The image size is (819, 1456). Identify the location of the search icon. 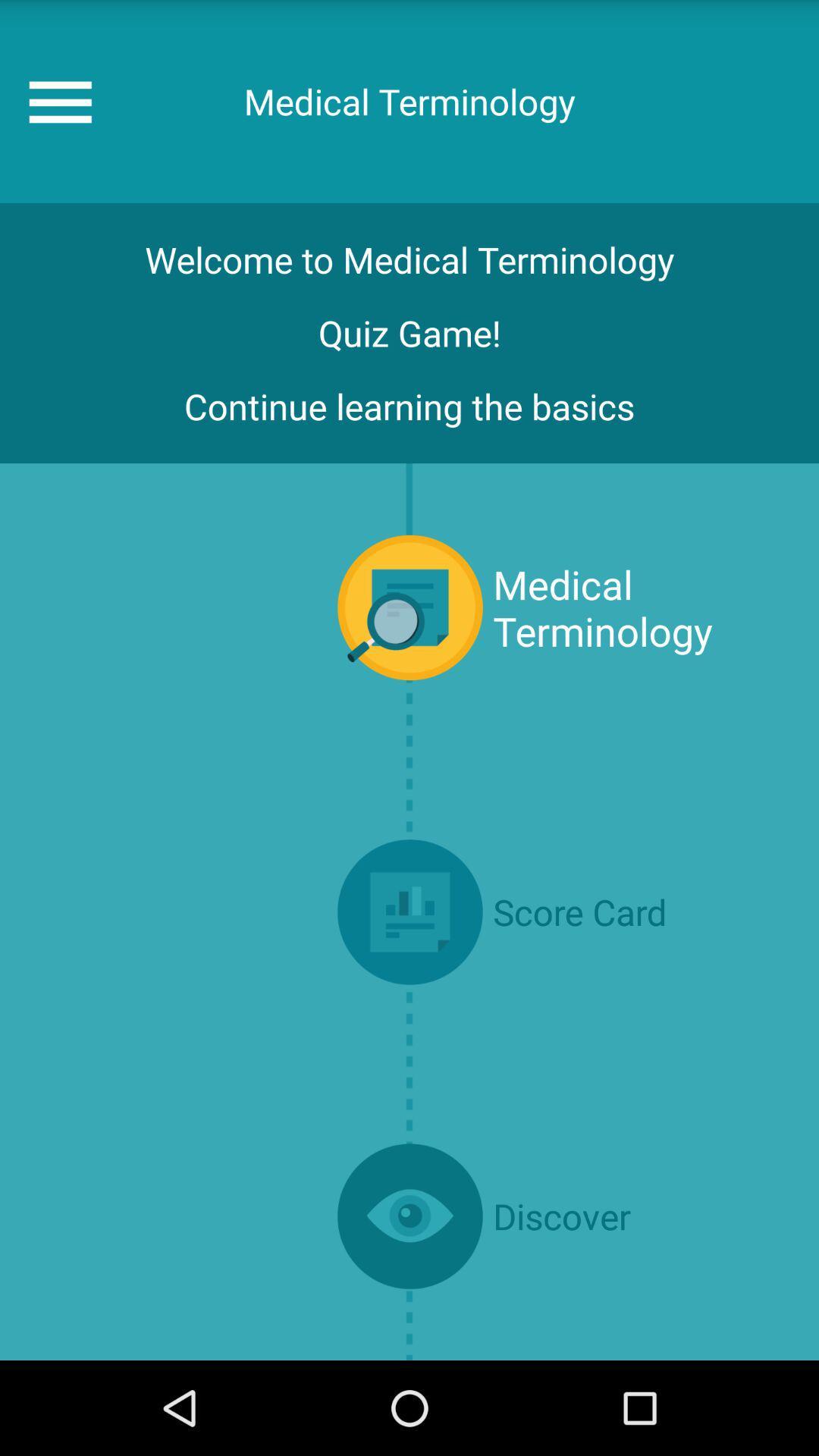
(409, 651).